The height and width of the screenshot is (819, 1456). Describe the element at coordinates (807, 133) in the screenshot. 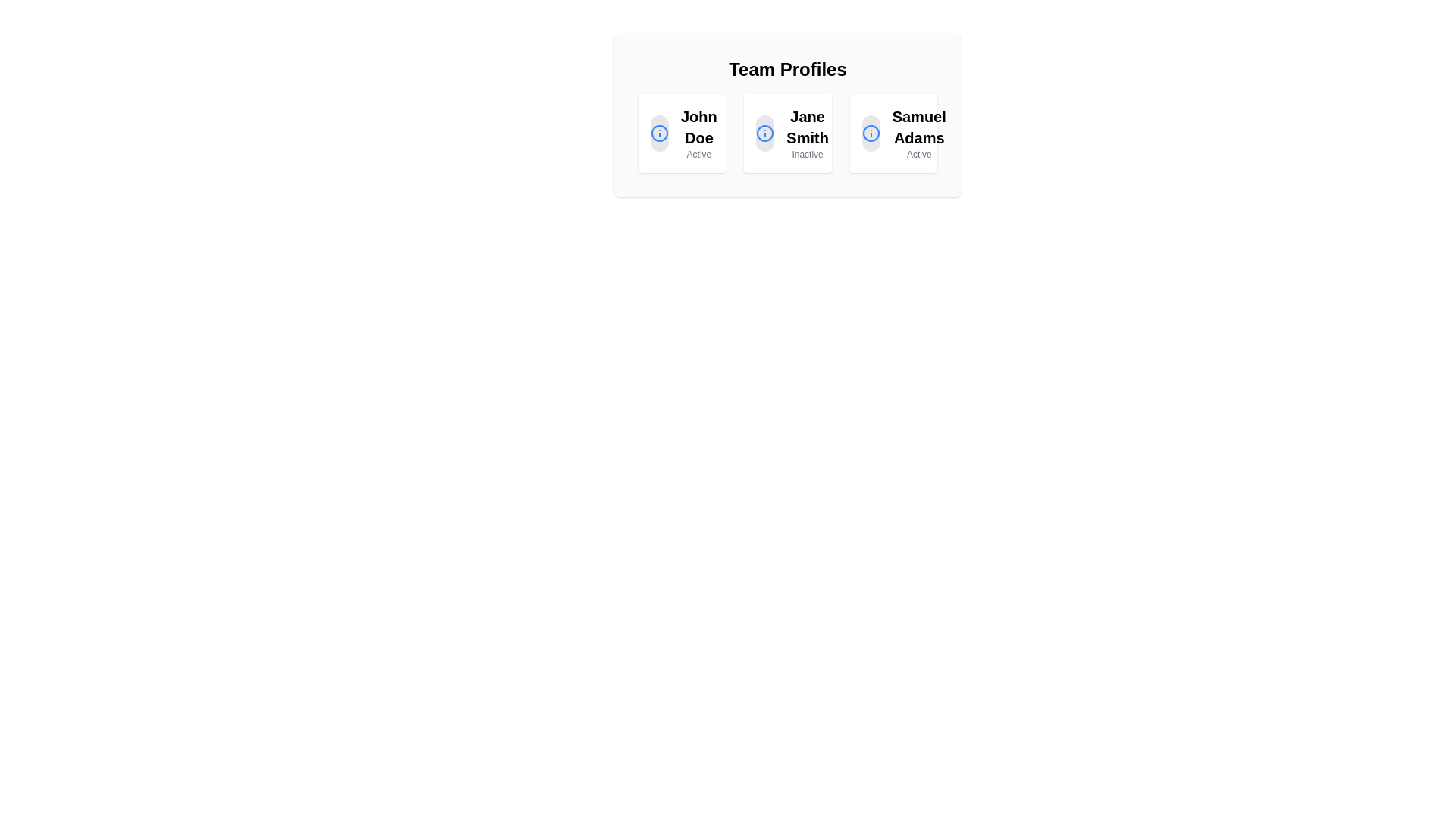

I see `the label displaying the name 'Jane Smith' in bold font, located in the second card under 'Team Profiles'` at that location.